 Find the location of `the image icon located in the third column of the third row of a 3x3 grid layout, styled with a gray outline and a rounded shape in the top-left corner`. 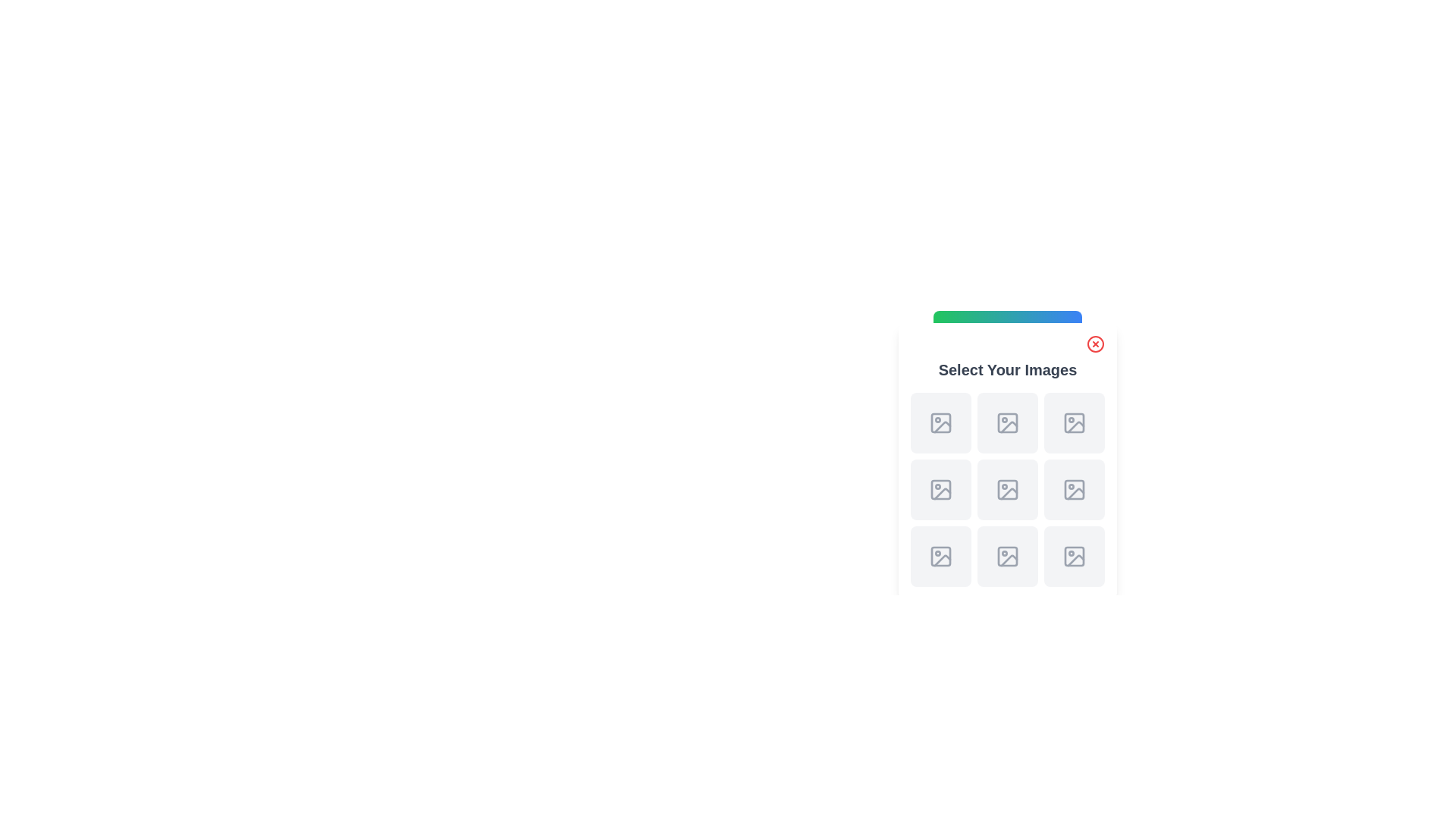

the image icon located in the third column of the third row of a 3x3 grid layout, styled with a gray outline and a rounded shape in the top-left corner is located at coordinates (1073, 489).